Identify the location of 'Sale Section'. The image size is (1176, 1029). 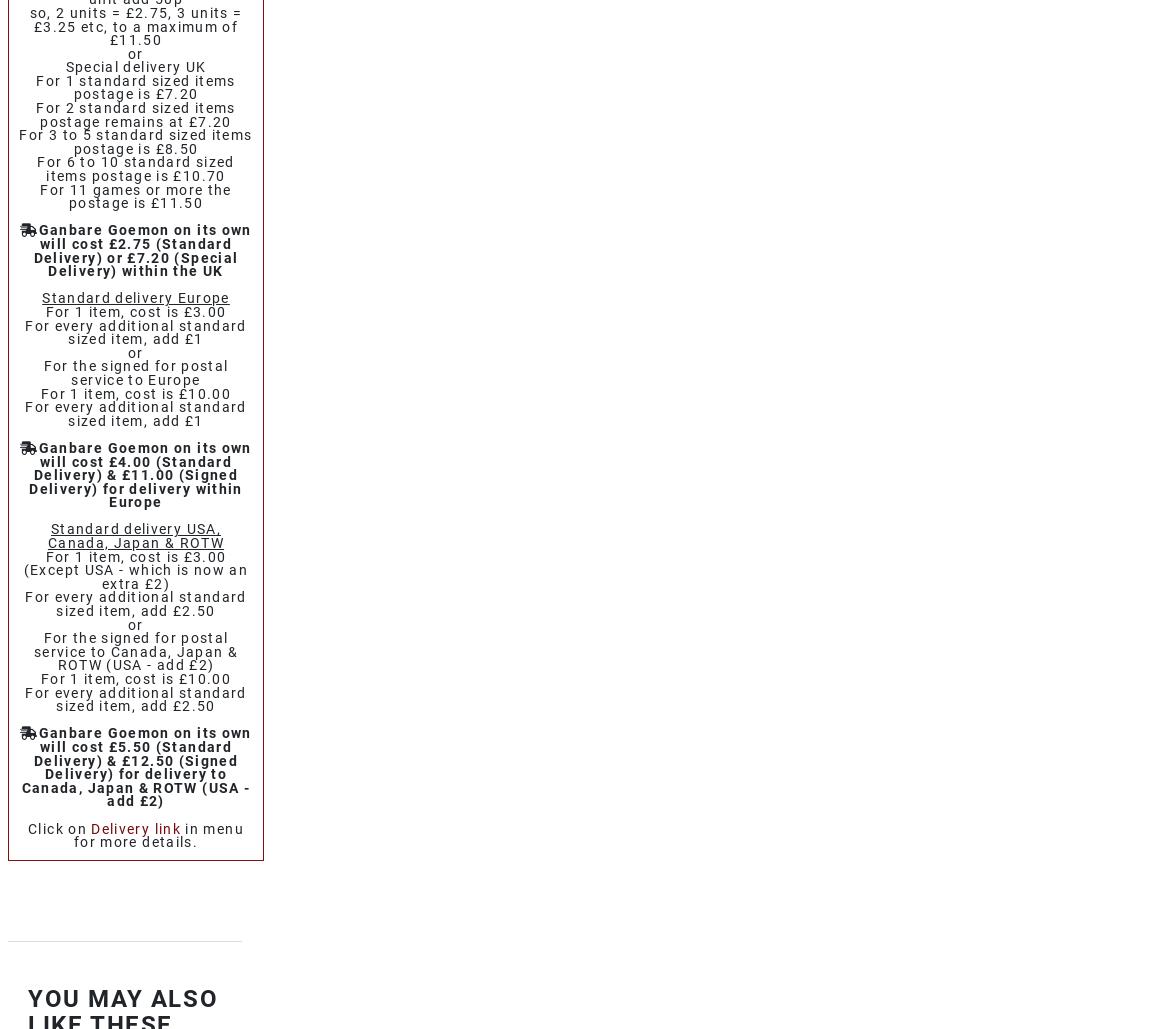
(109, 270).